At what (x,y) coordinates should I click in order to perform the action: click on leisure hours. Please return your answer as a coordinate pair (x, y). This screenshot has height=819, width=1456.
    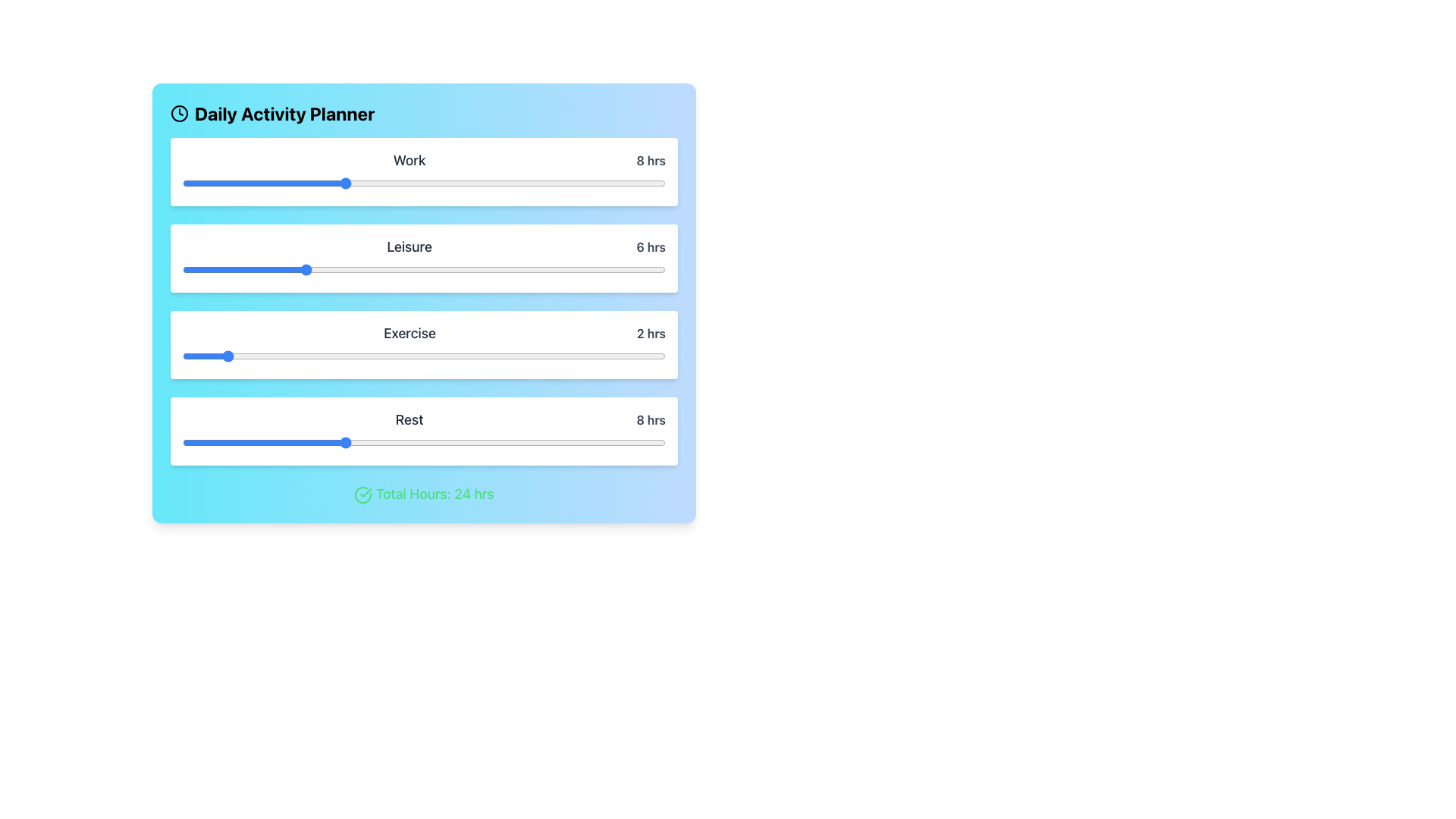
    Looking at the image, I should click on (222, 268).